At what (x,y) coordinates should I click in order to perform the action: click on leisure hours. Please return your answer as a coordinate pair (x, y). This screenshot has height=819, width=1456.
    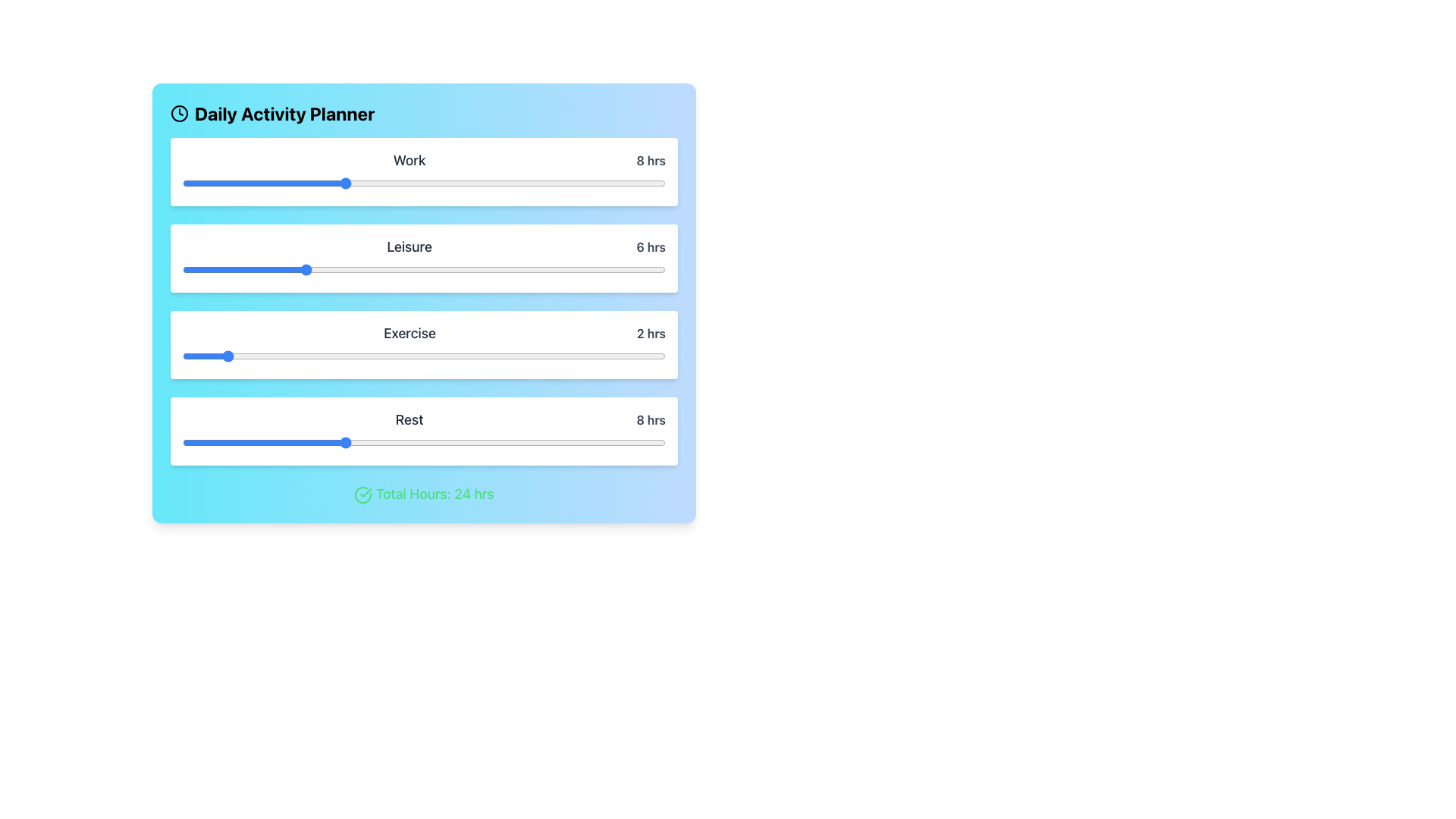
    Looking at the image, I should click on (222, 268).